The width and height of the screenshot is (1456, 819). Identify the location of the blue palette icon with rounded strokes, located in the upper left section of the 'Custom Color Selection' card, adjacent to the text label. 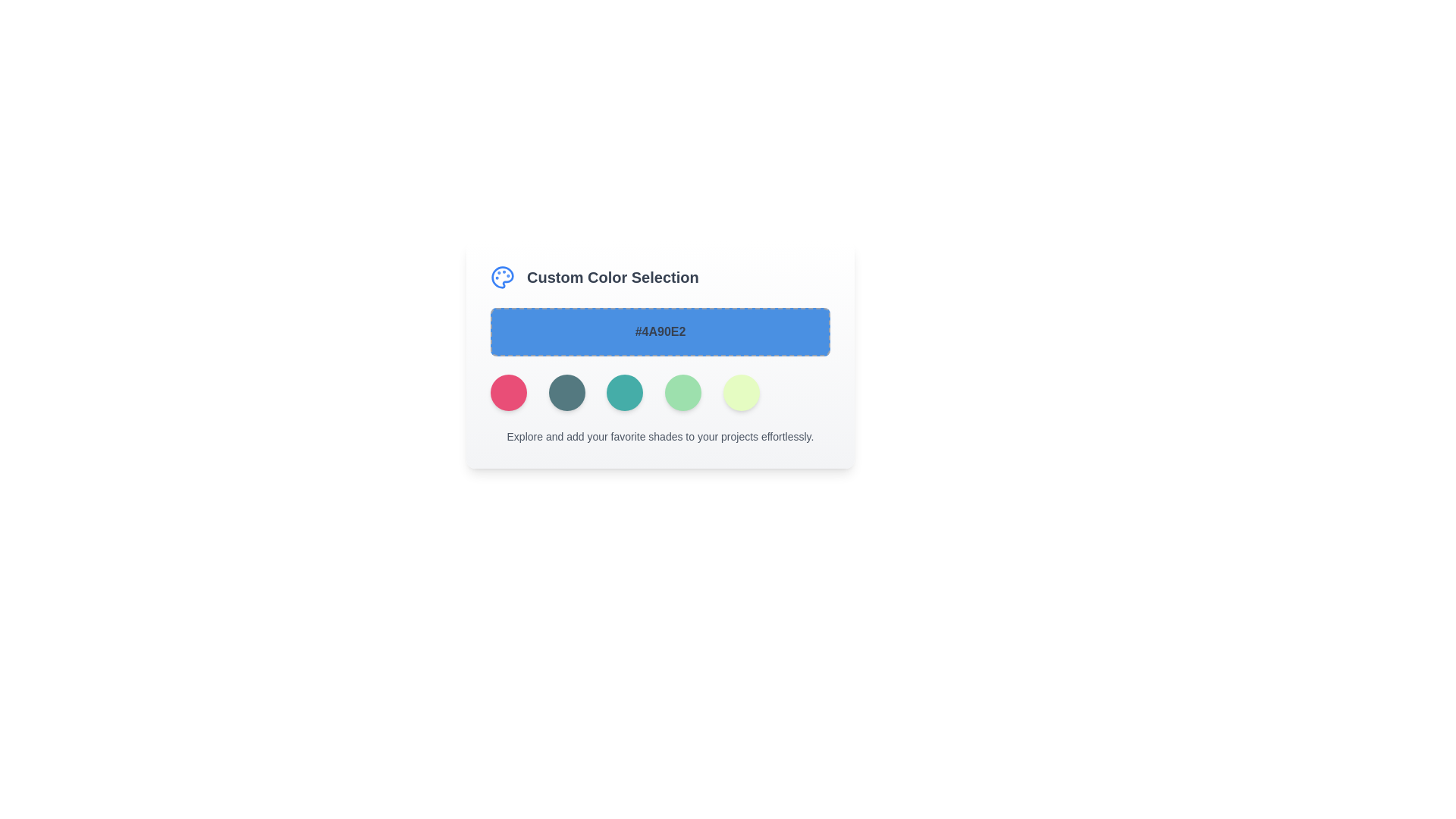
(502, 278).